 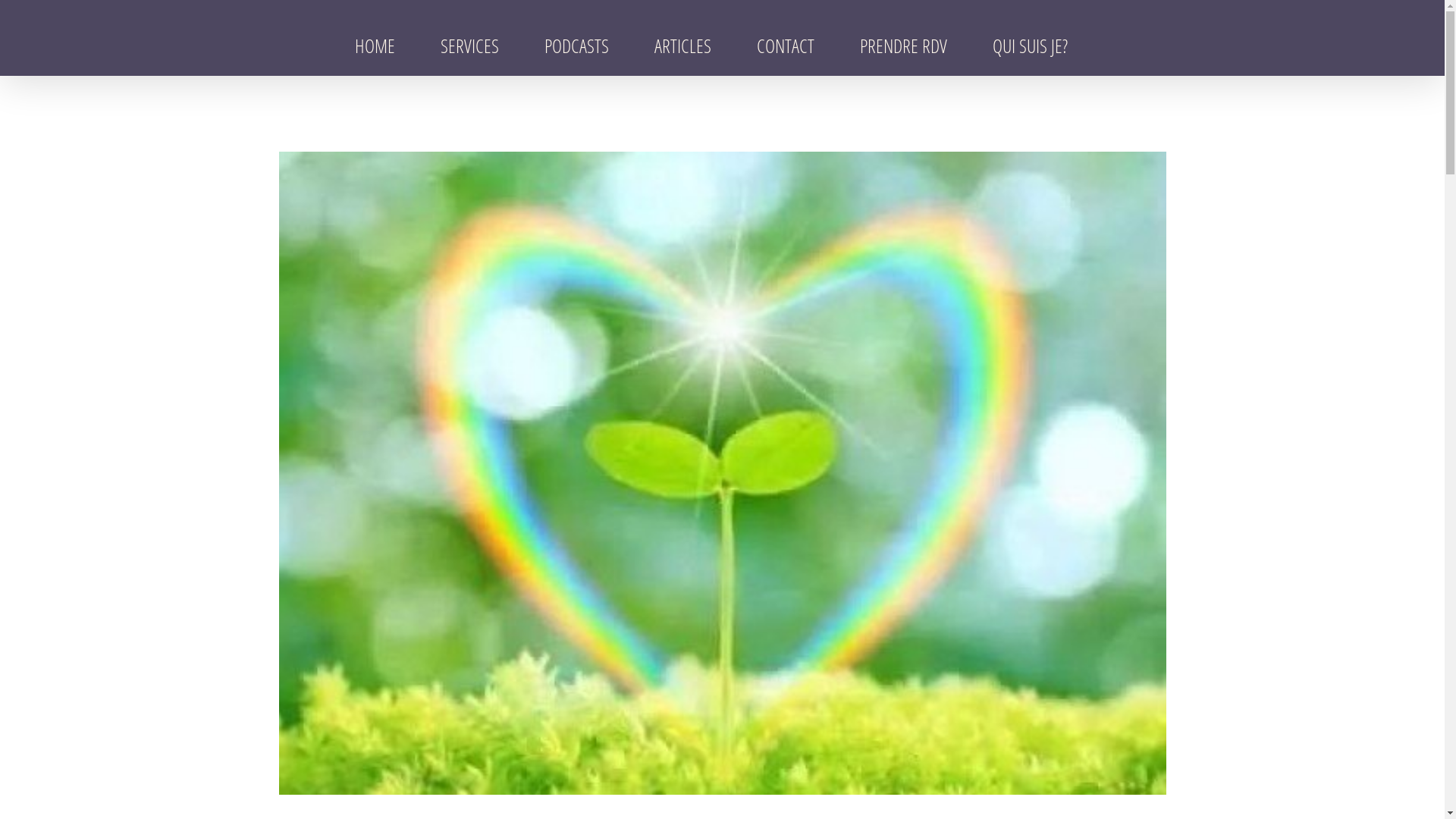 I want to click on 'PRENDRE RDV', so click(x=847, y=45).